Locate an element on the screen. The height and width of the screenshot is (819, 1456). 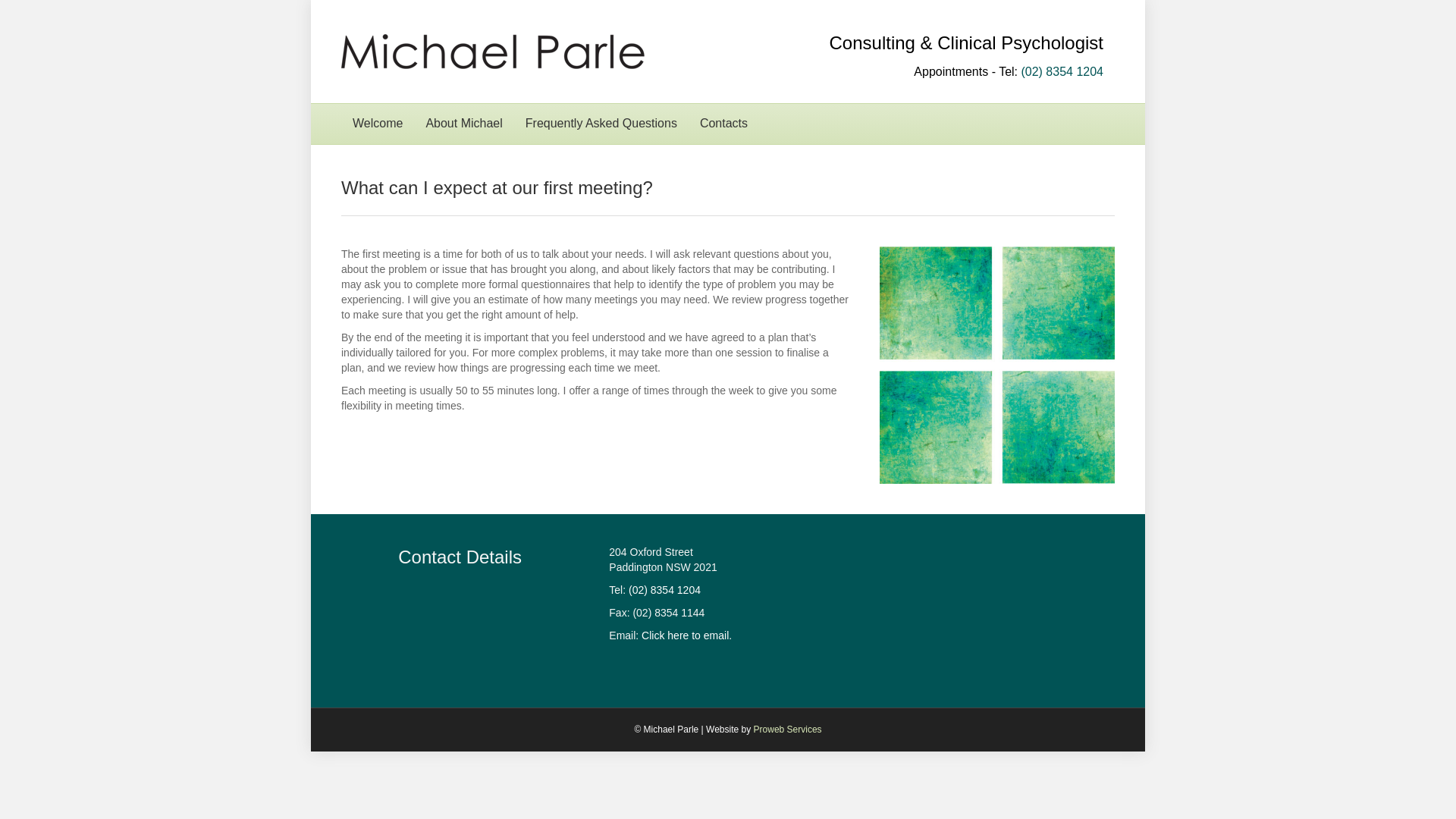
'Click here to email' is located at coordinates (684, 635).